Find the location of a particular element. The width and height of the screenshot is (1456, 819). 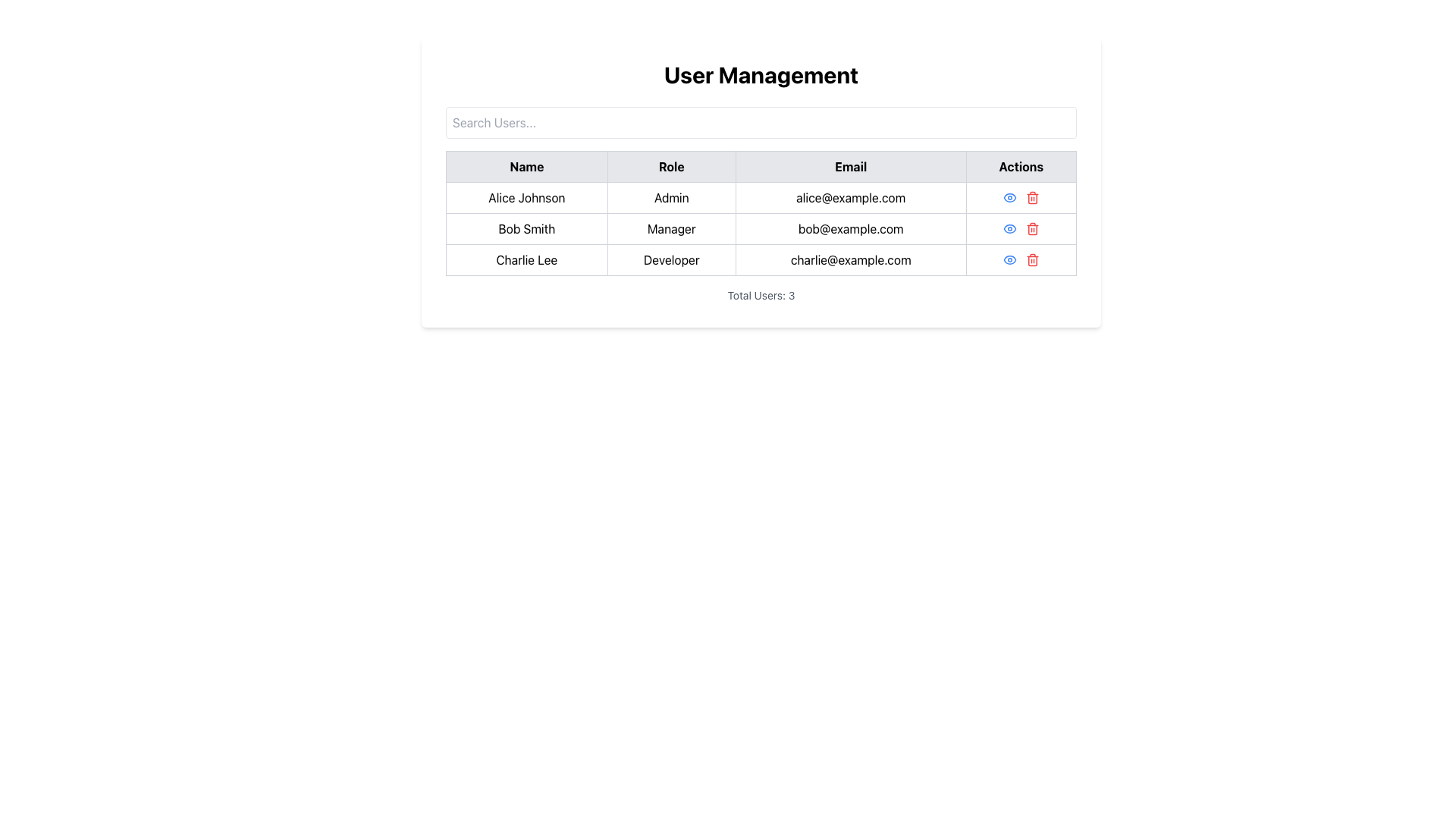

the third row in the user management table is located at coordinates (761, 259).